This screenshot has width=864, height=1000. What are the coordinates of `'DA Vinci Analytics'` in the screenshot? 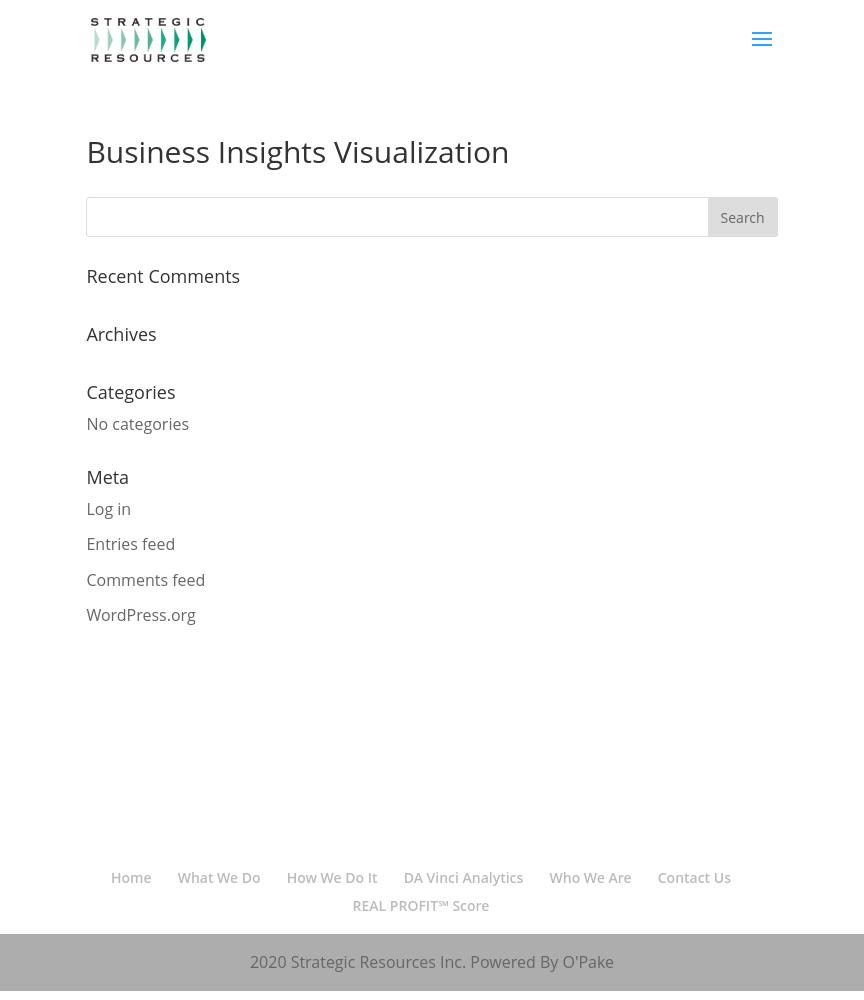 It's located at (401, 877).